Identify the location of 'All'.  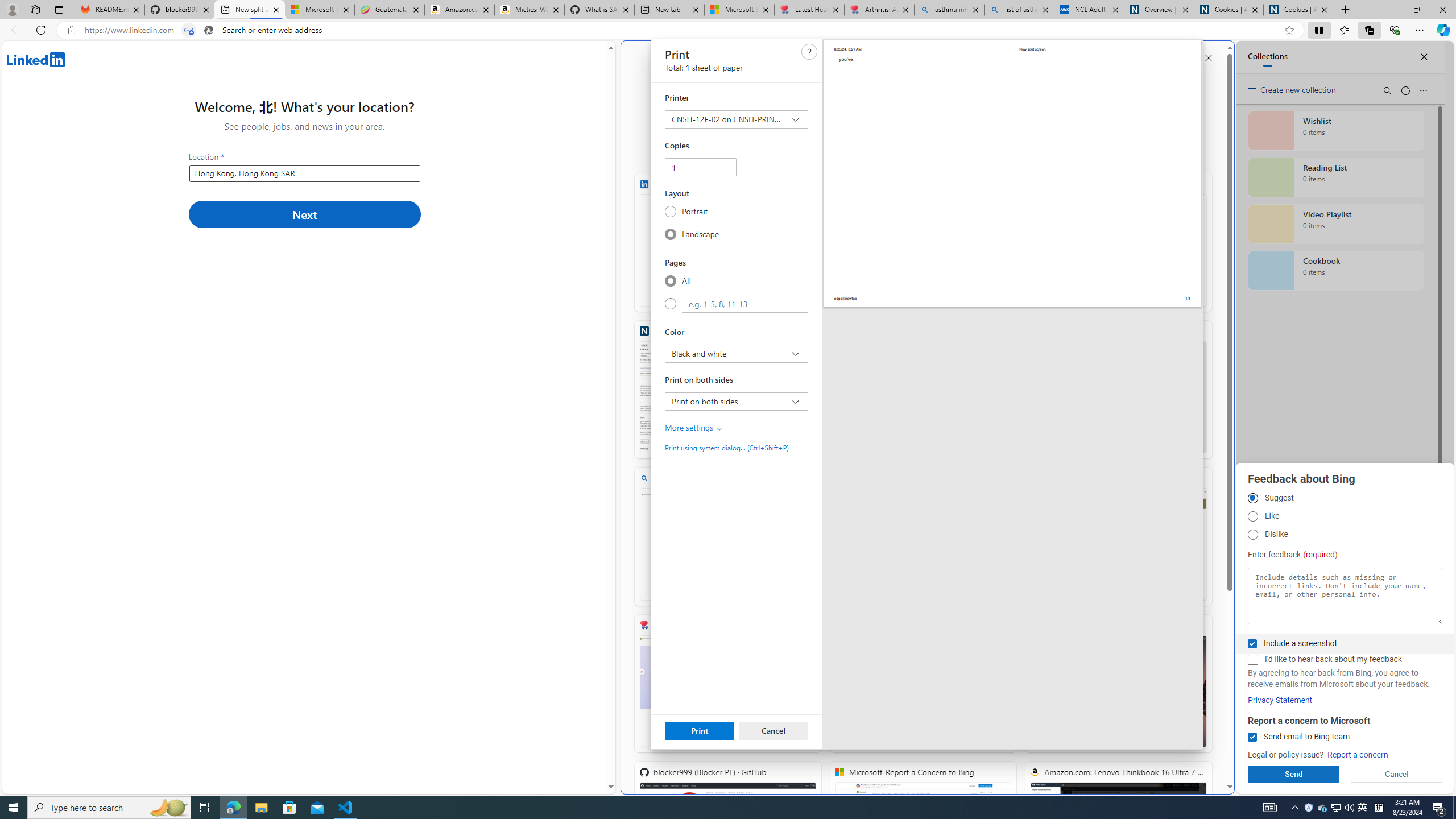
(670, 280).